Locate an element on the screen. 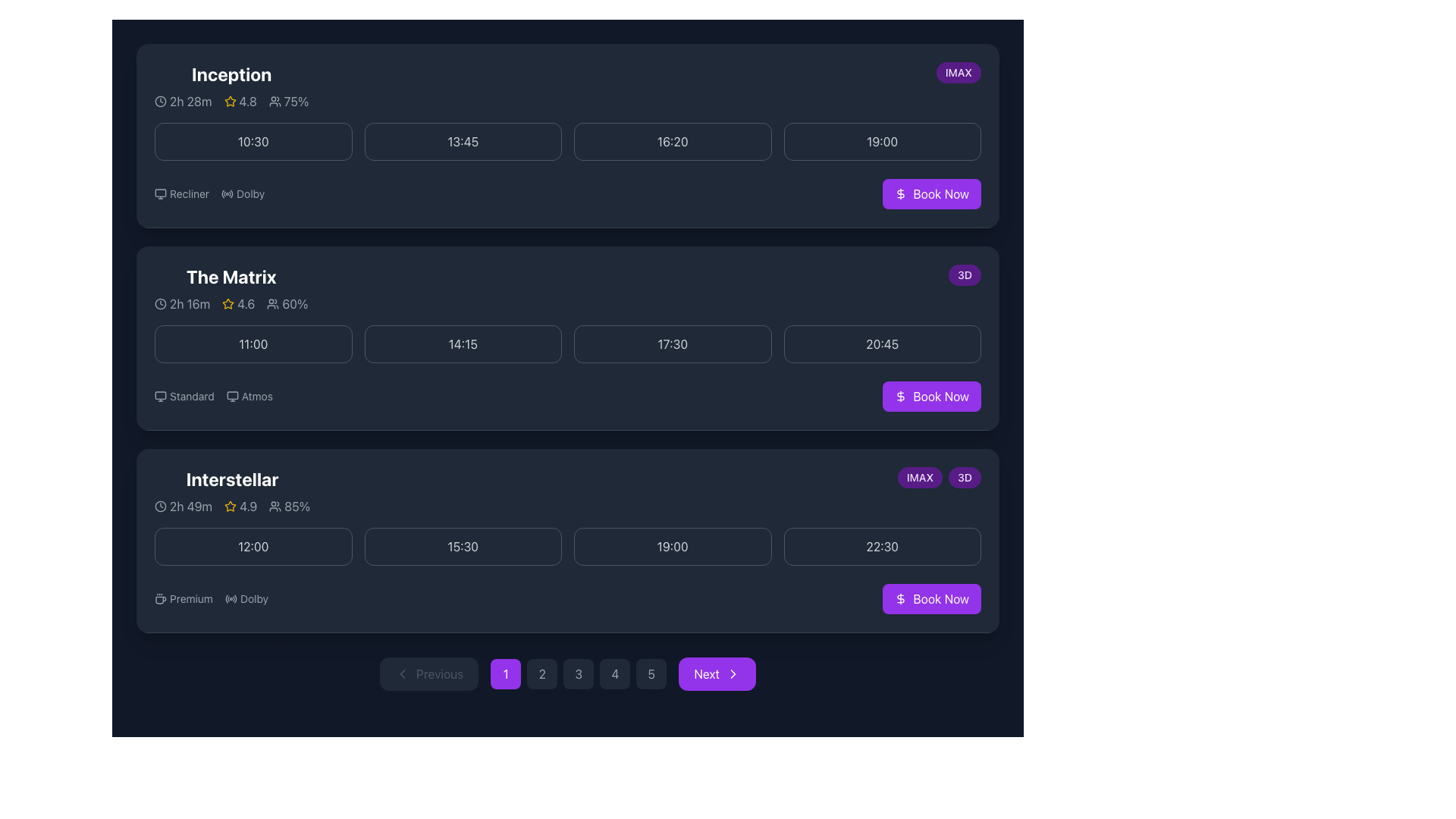 The width and height of the screenshot is (1456, 819). the SVG graphic icon representing Dolby sound format located at the start of the text 'Dolby' in the movie information section for 'Inception' is located at coordinates (227, 193).